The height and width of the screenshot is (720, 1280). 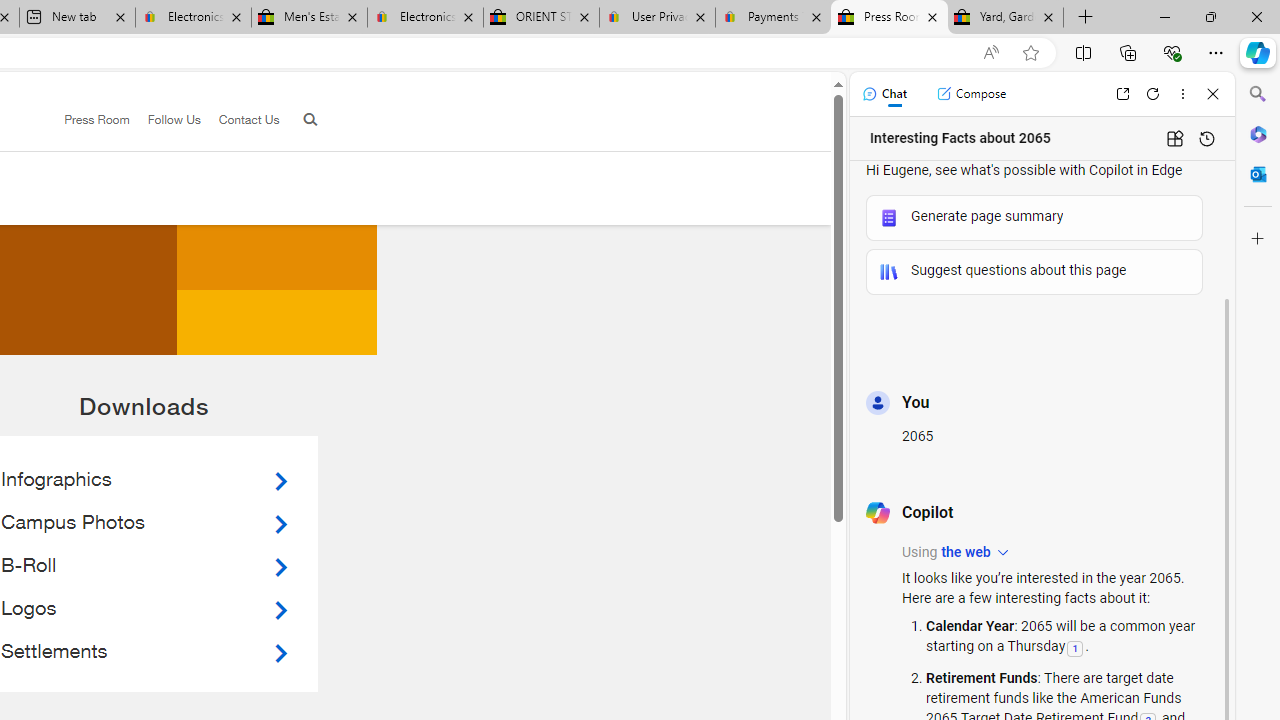 I want to click on 'Follow Us', so click(x=165, y=120).